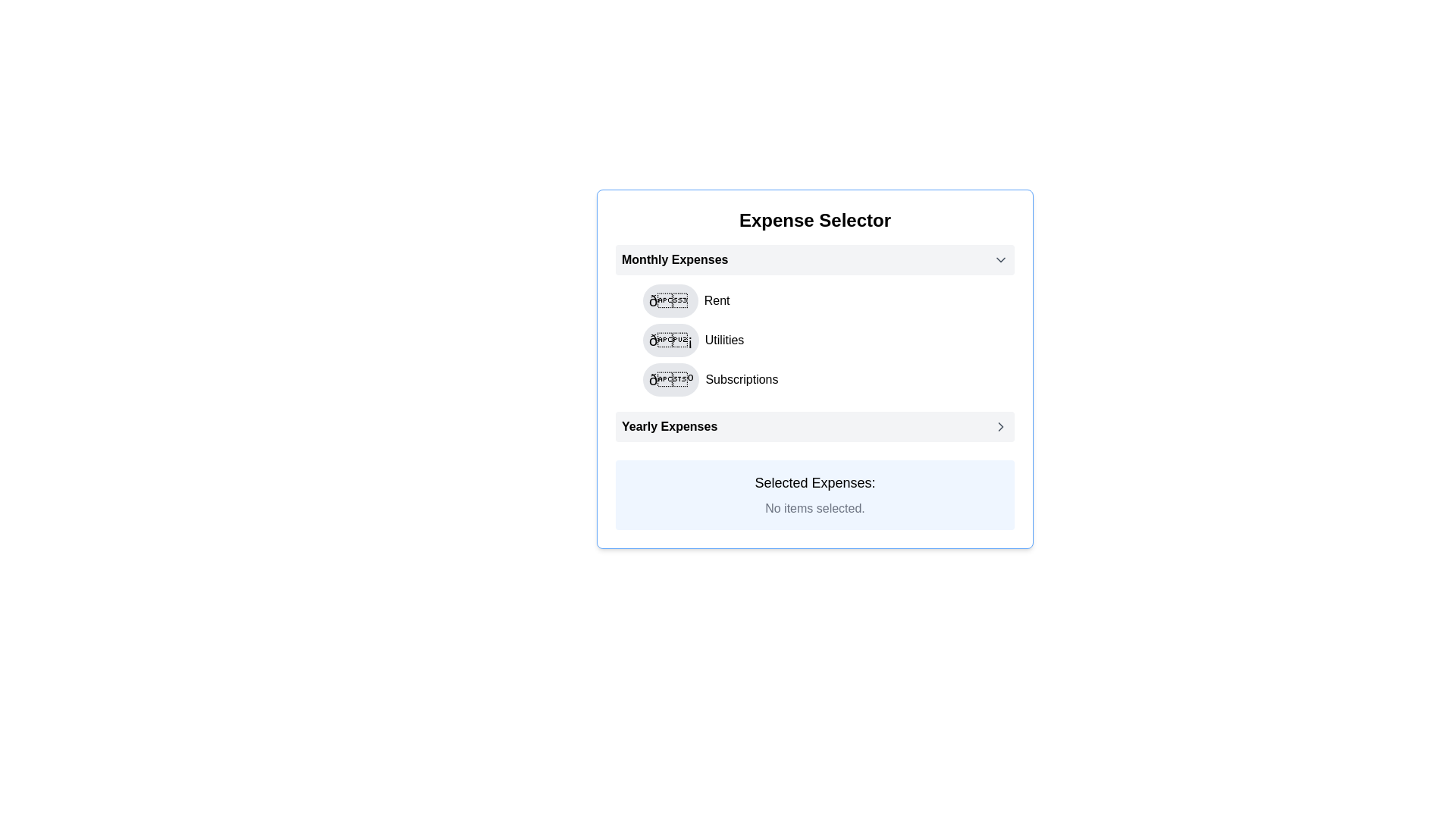 The image size is (1456, 819). I want to click on the text label that designates an expense category, located to the right of the house icon in the 'Monthly Expenses' section, so click(716, 301).